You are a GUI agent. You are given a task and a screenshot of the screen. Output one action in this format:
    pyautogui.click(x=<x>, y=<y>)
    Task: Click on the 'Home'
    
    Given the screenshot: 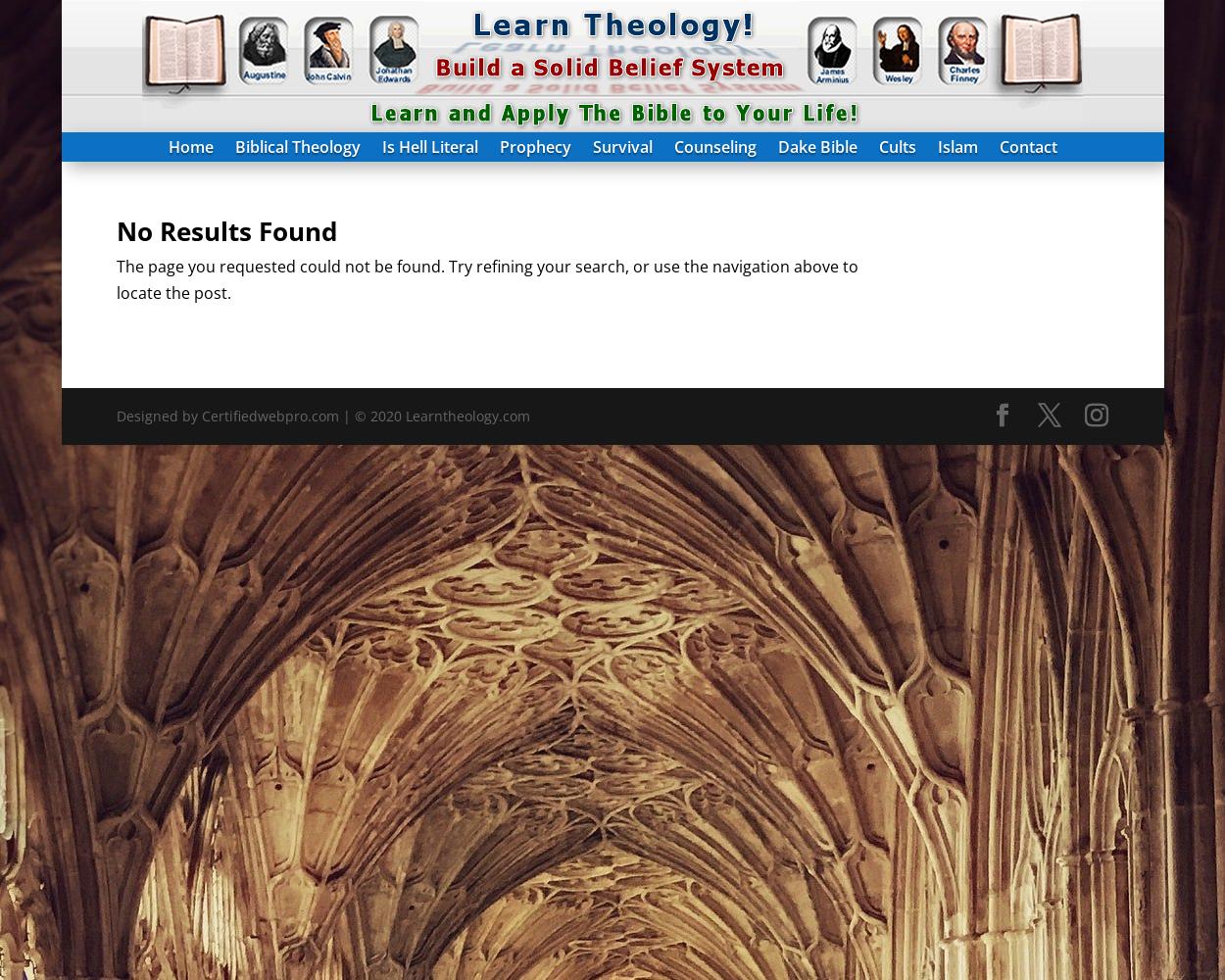 What is the action you would take?
    pyautogui.click(x=189, y=147)
    